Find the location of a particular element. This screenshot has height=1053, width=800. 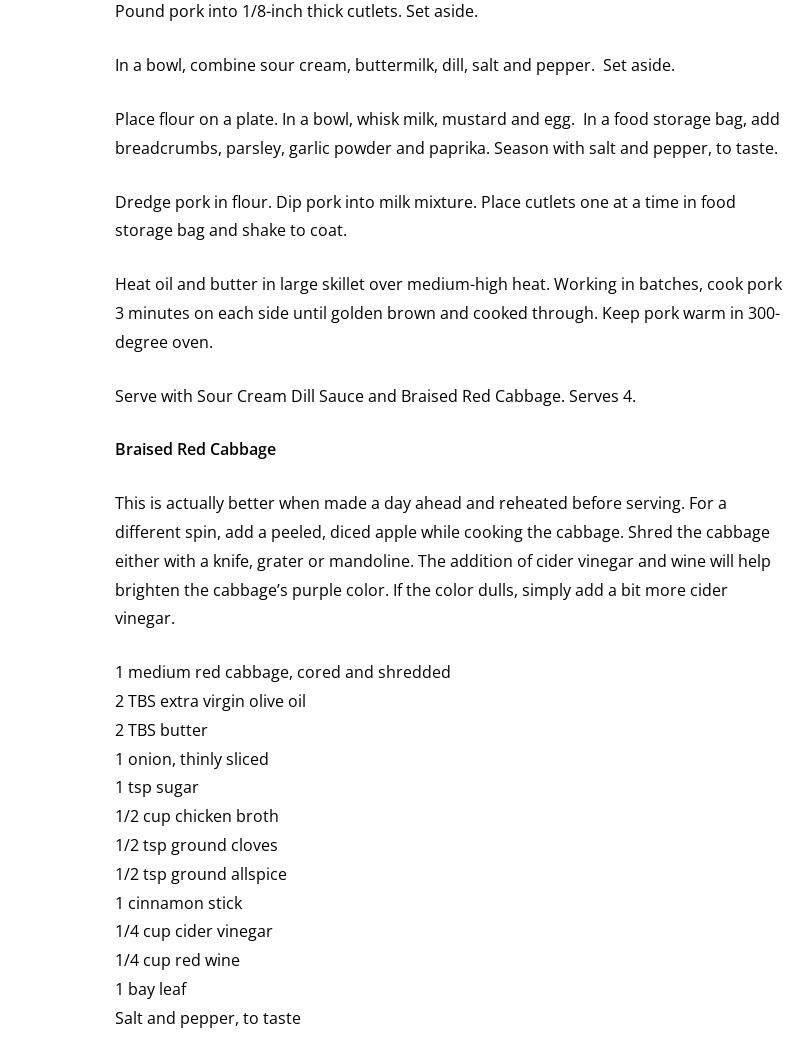

'Salt and pepper, to taste' is located at coordinates (208, 1015).